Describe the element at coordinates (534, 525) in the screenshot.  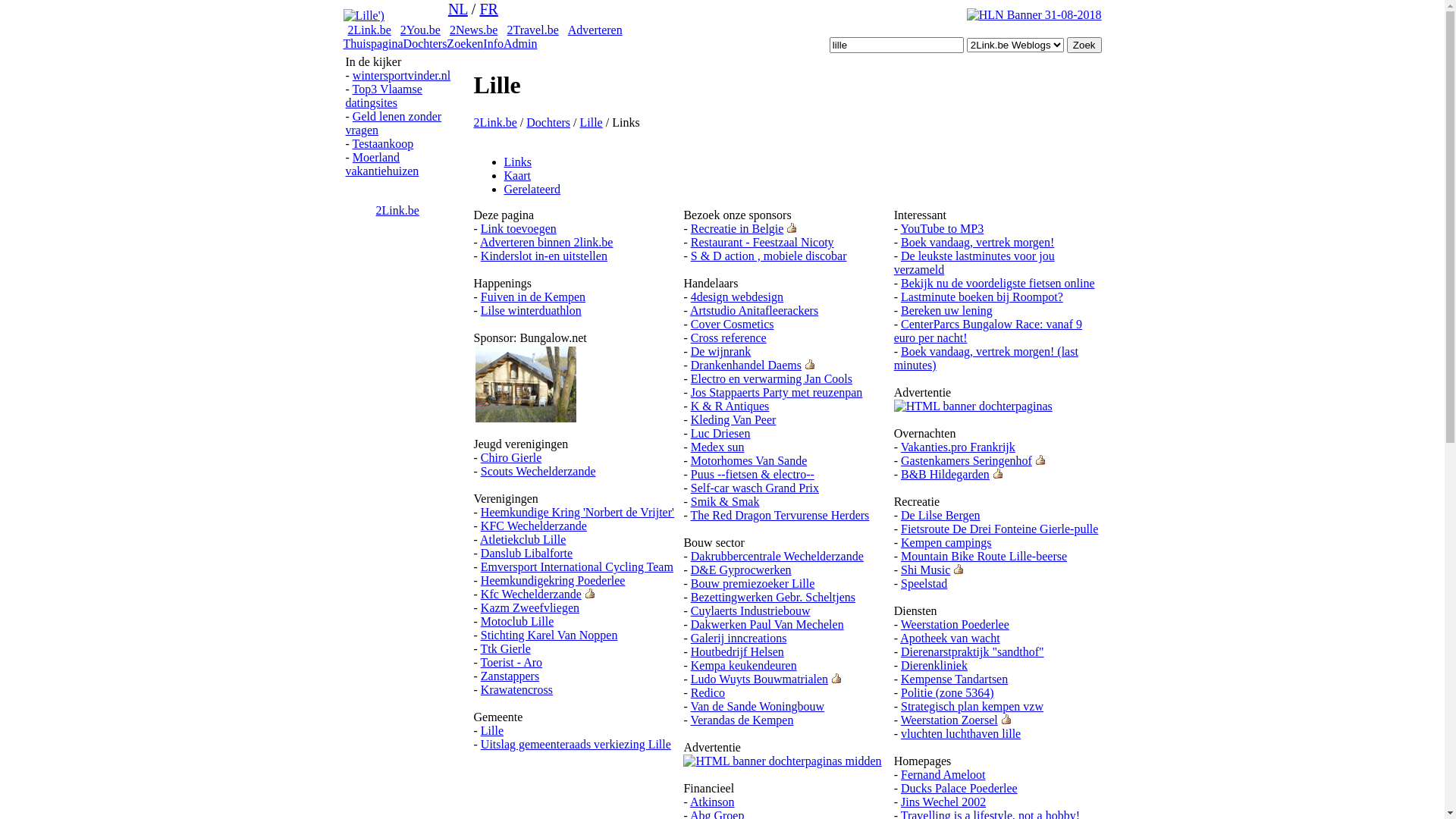
I see `'KFC Wechelderzande'` at that location.